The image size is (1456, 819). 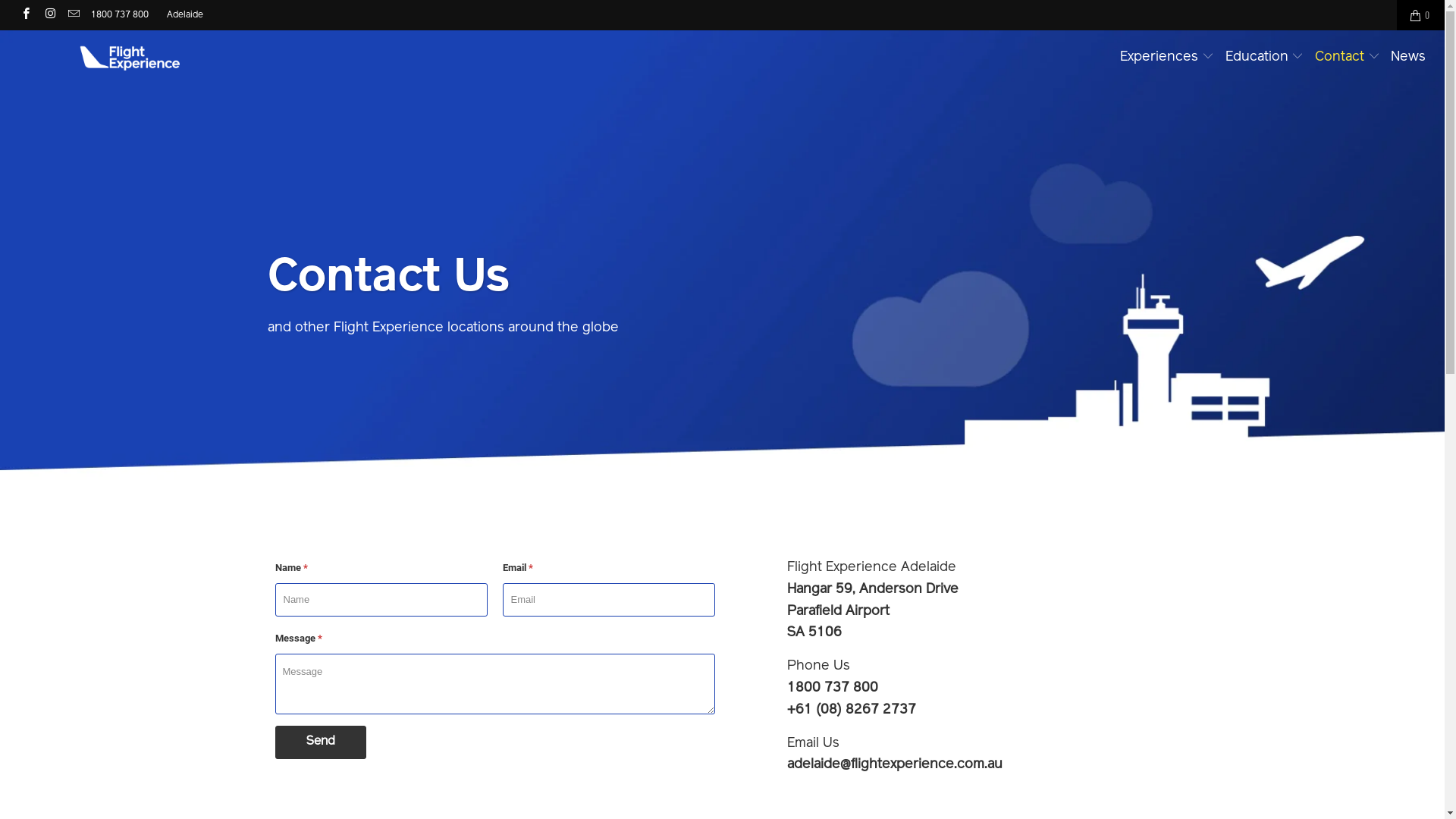 What do you see at coordinates (1407, 58) in the screenshot?
I see `'News'` at bounding box center [1407, 58].